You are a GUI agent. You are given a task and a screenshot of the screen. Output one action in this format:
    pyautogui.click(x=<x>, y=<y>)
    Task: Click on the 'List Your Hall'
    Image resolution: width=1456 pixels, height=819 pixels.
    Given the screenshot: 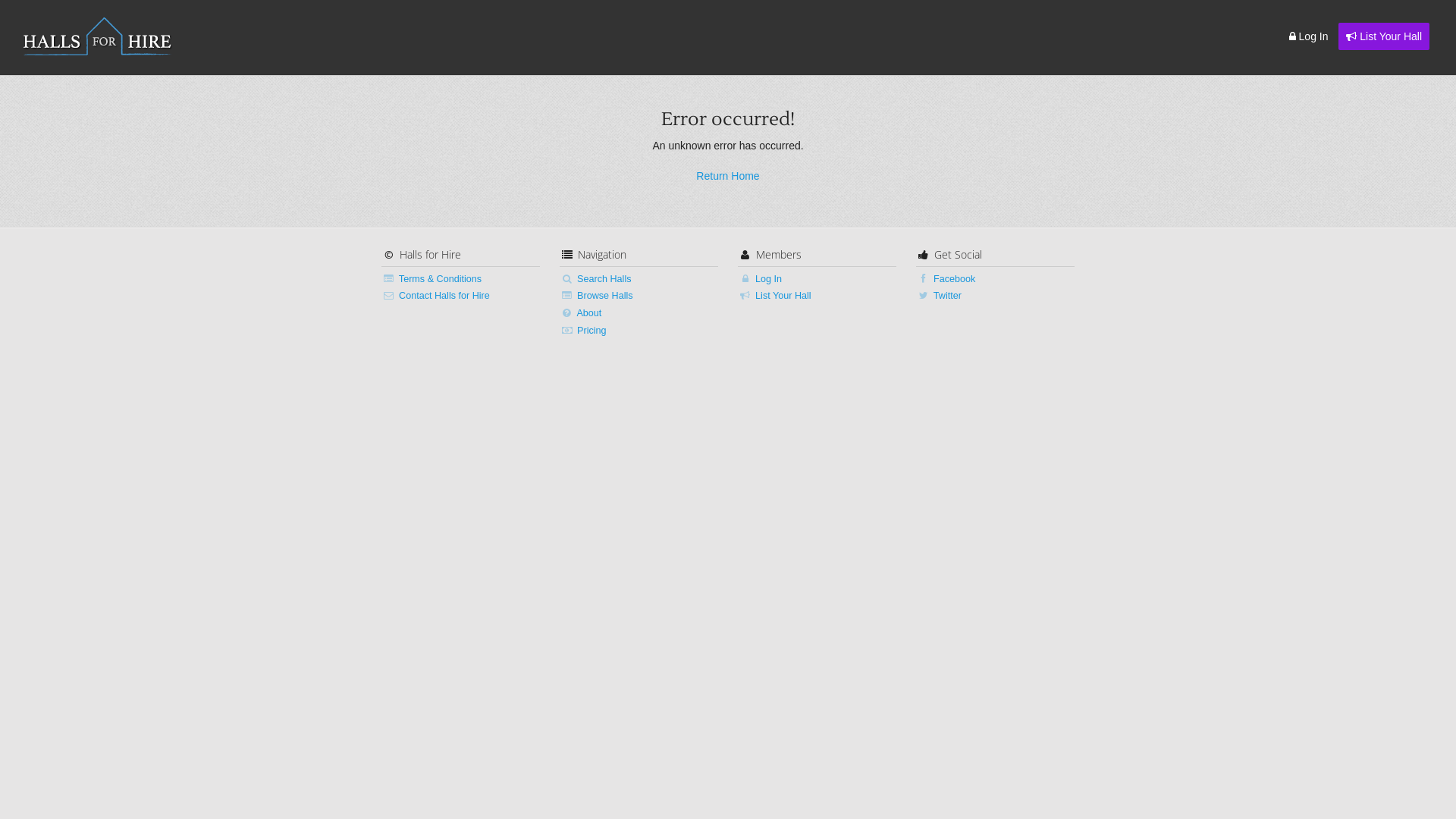 What is the action you would take?
    pyautogui.click(x=1383, y=35)
    